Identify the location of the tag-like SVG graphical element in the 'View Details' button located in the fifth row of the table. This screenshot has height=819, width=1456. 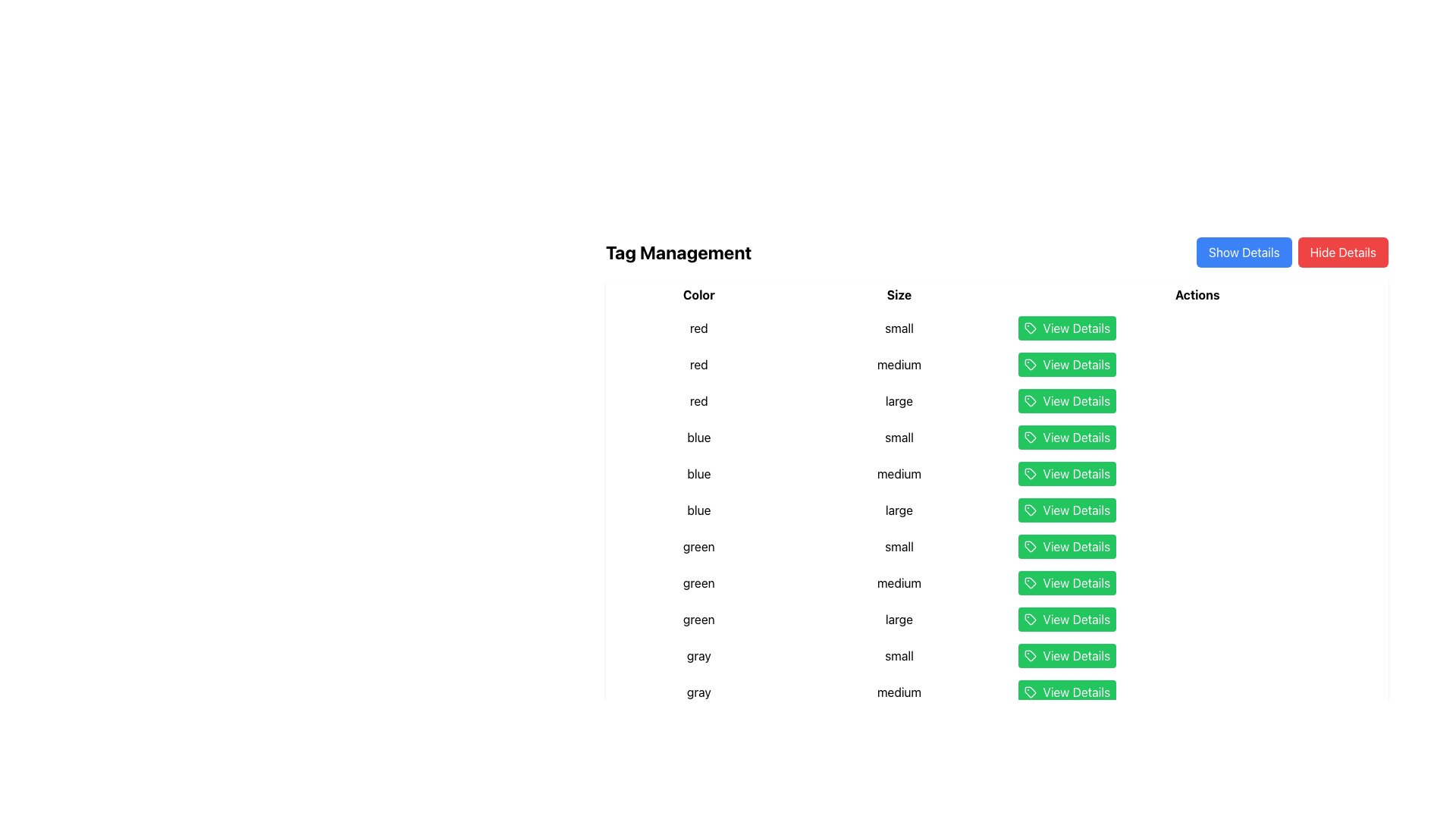
(1031, 438).